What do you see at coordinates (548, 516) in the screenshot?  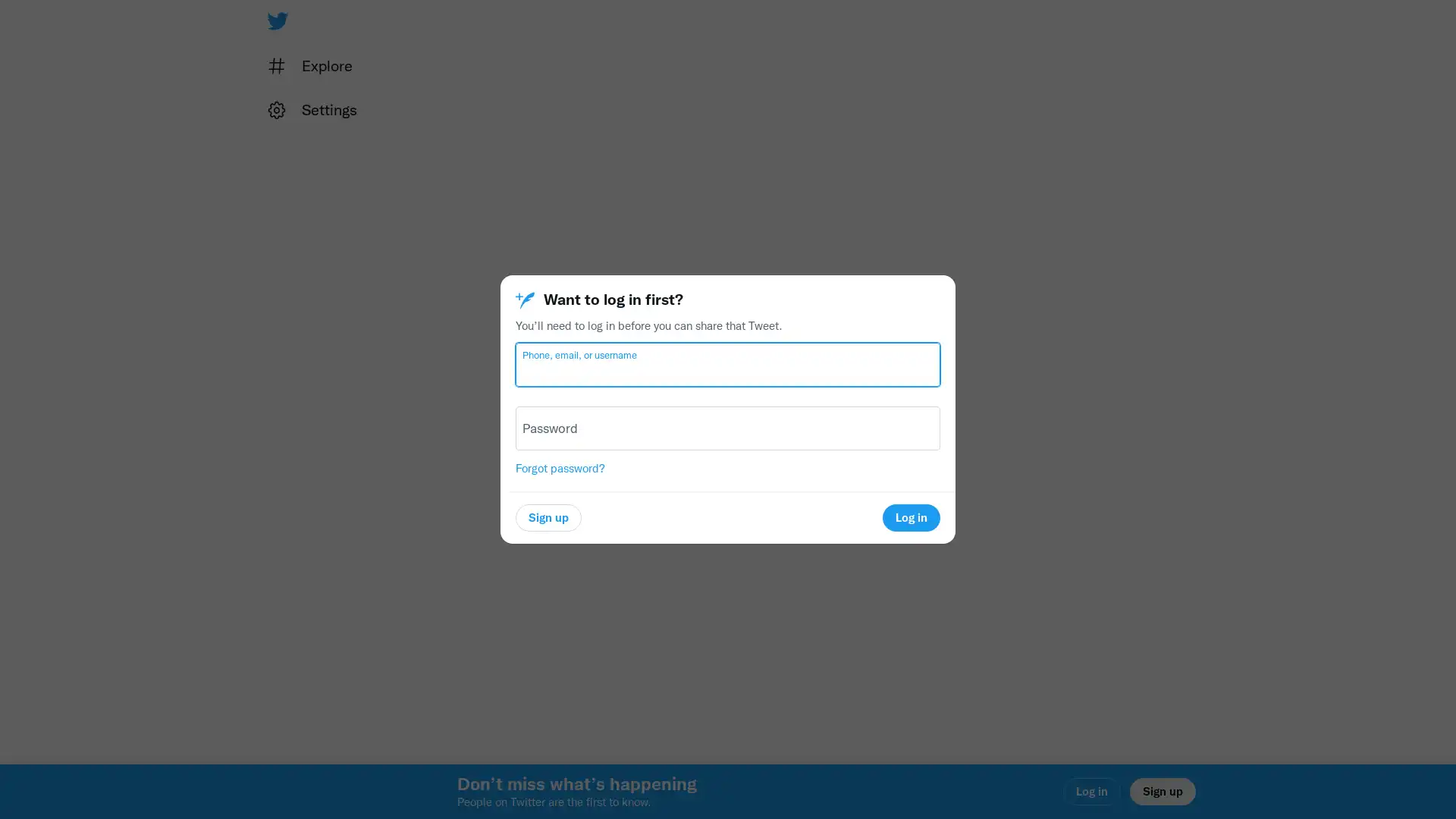 I see `Sign up` at bounding box center [548, 516].